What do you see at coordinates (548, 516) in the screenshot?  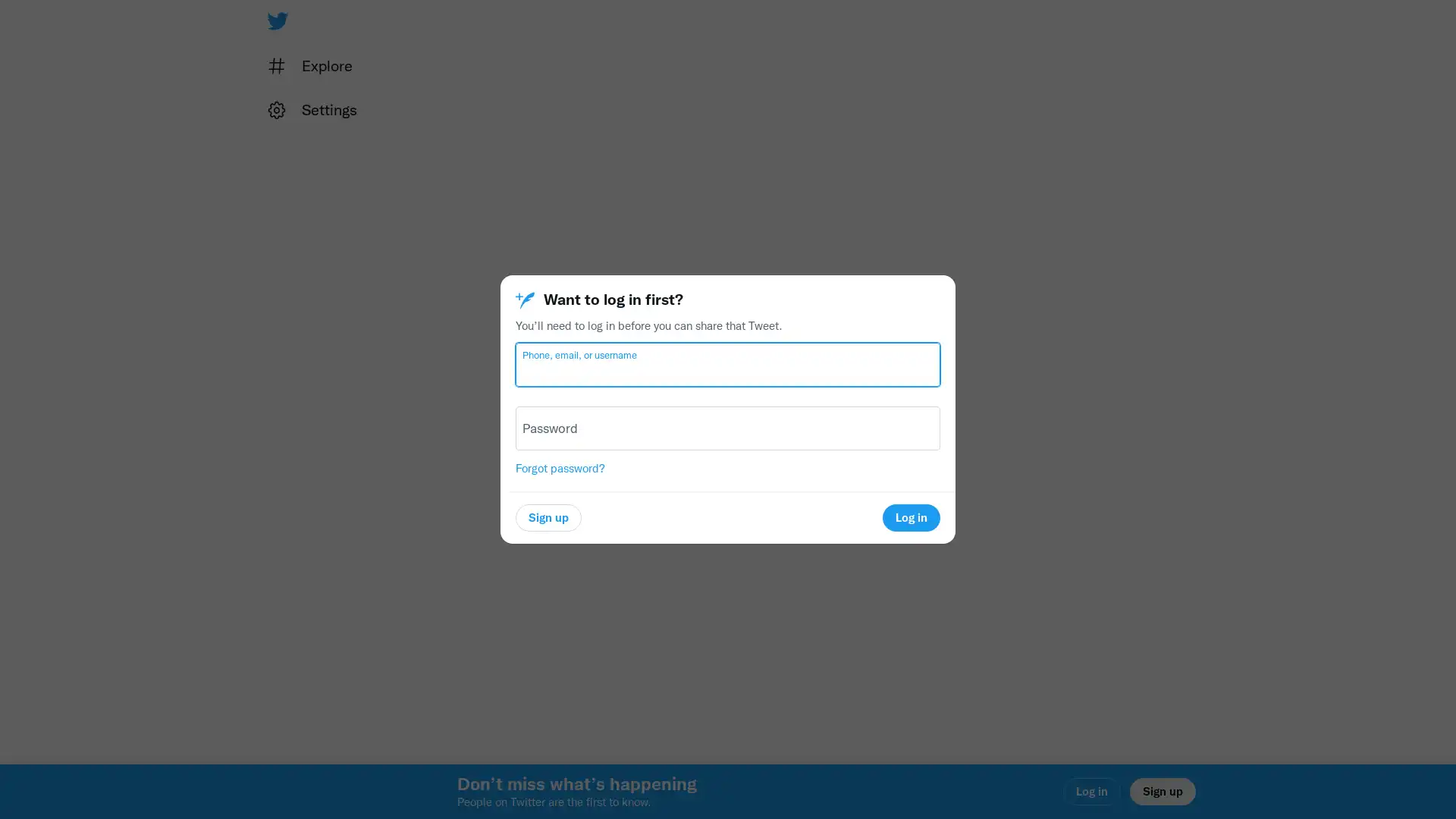 I see `Sign up` at bounding box center [548, 516].